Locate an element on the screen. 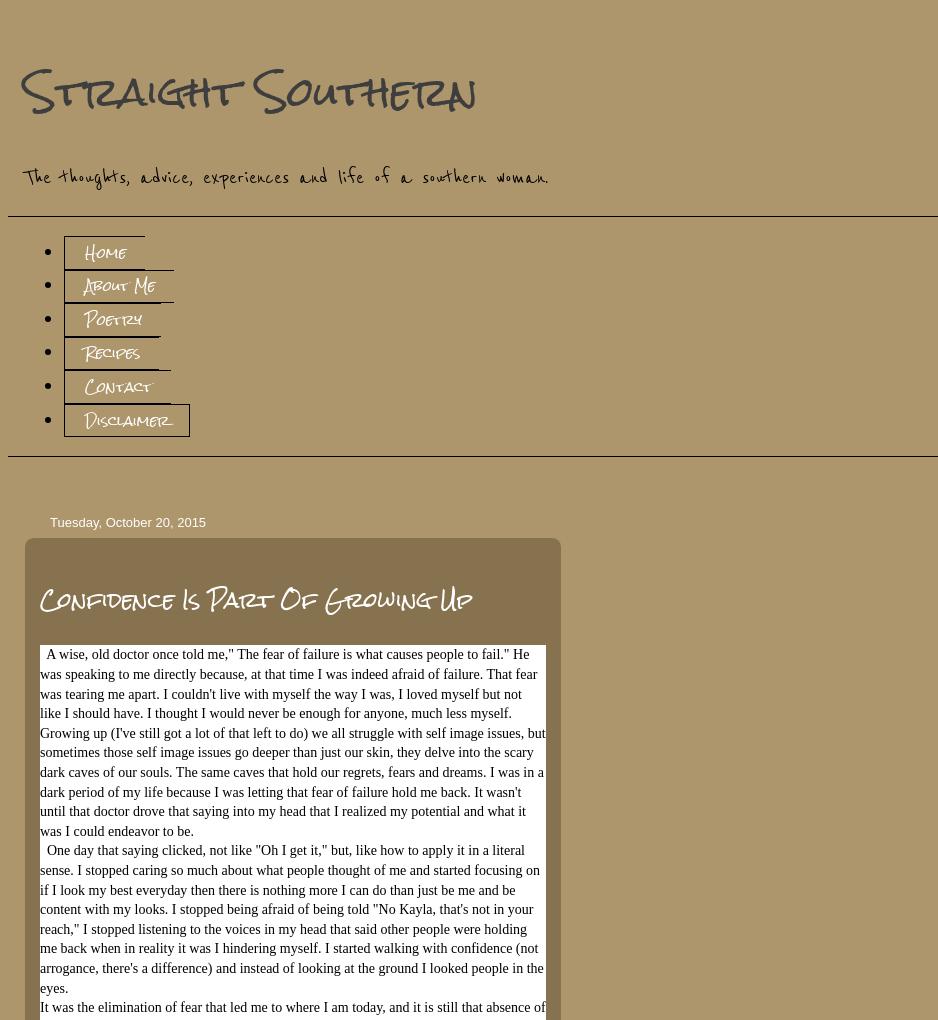  'Recipes' is located at coordinates (110, 351).